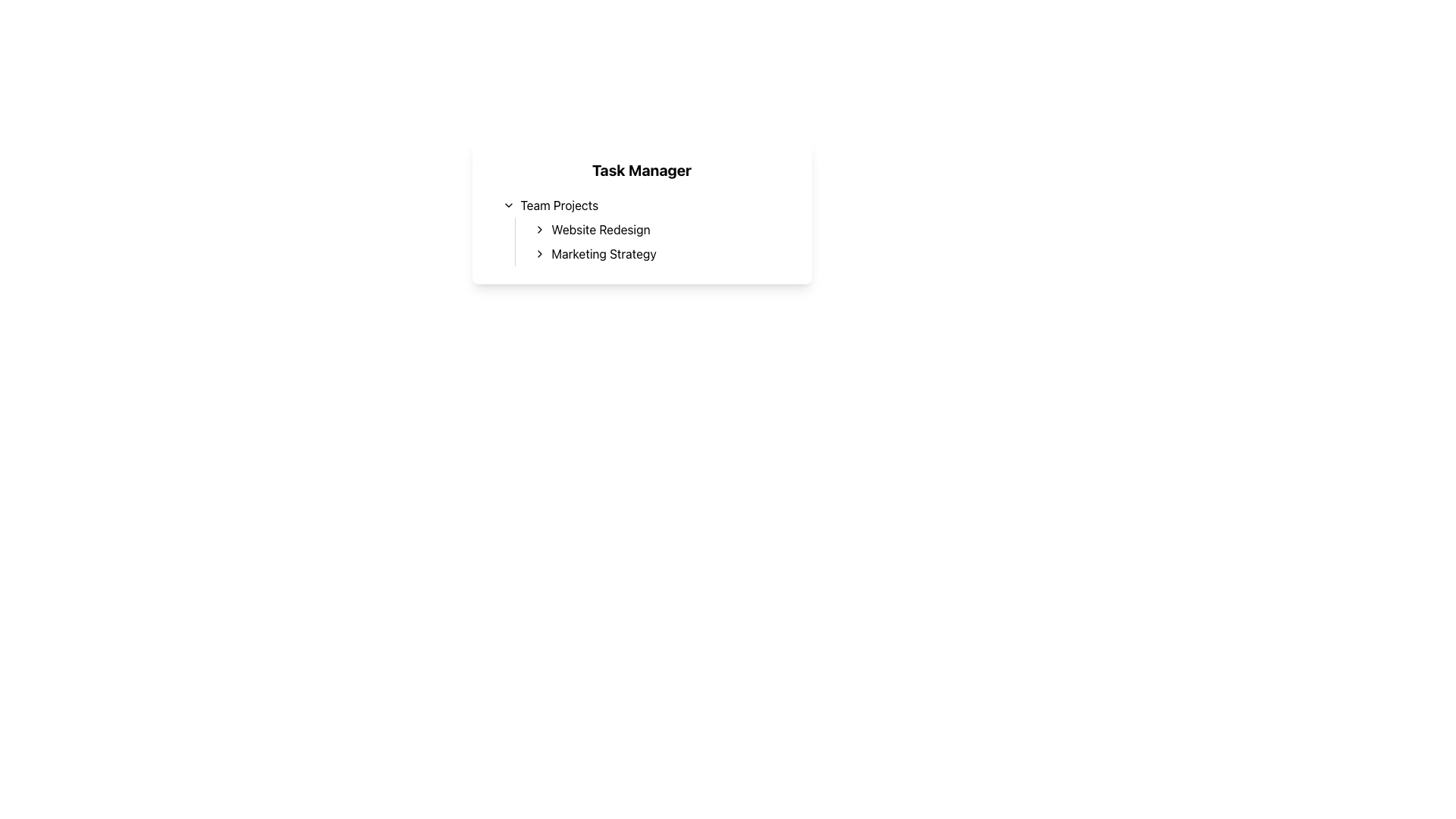 This screenshot has height=819, width=1456. I want to click on the right-pointing chevron icon located to the left of the text 'Marketing Strategy', so click(539, 253).